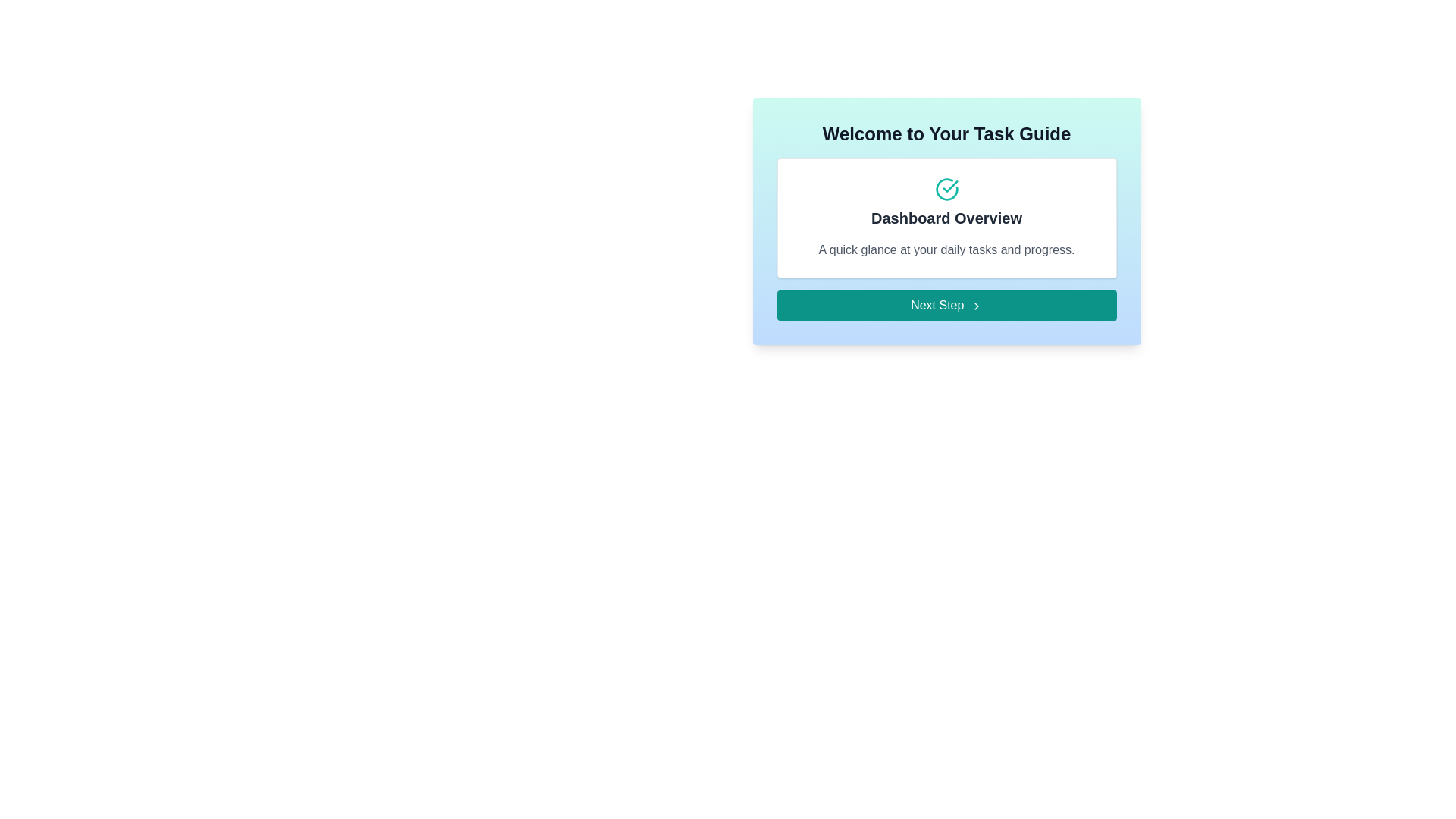 This screenshot has width=1456, height=819. What do you see at coordinates (949, 186) in the screenshot?
I see `the checkmark icon within the circular graphical symbol located under the 'Dashboard Overview' card to signify completion or approval` at bounding box center [949, 186].